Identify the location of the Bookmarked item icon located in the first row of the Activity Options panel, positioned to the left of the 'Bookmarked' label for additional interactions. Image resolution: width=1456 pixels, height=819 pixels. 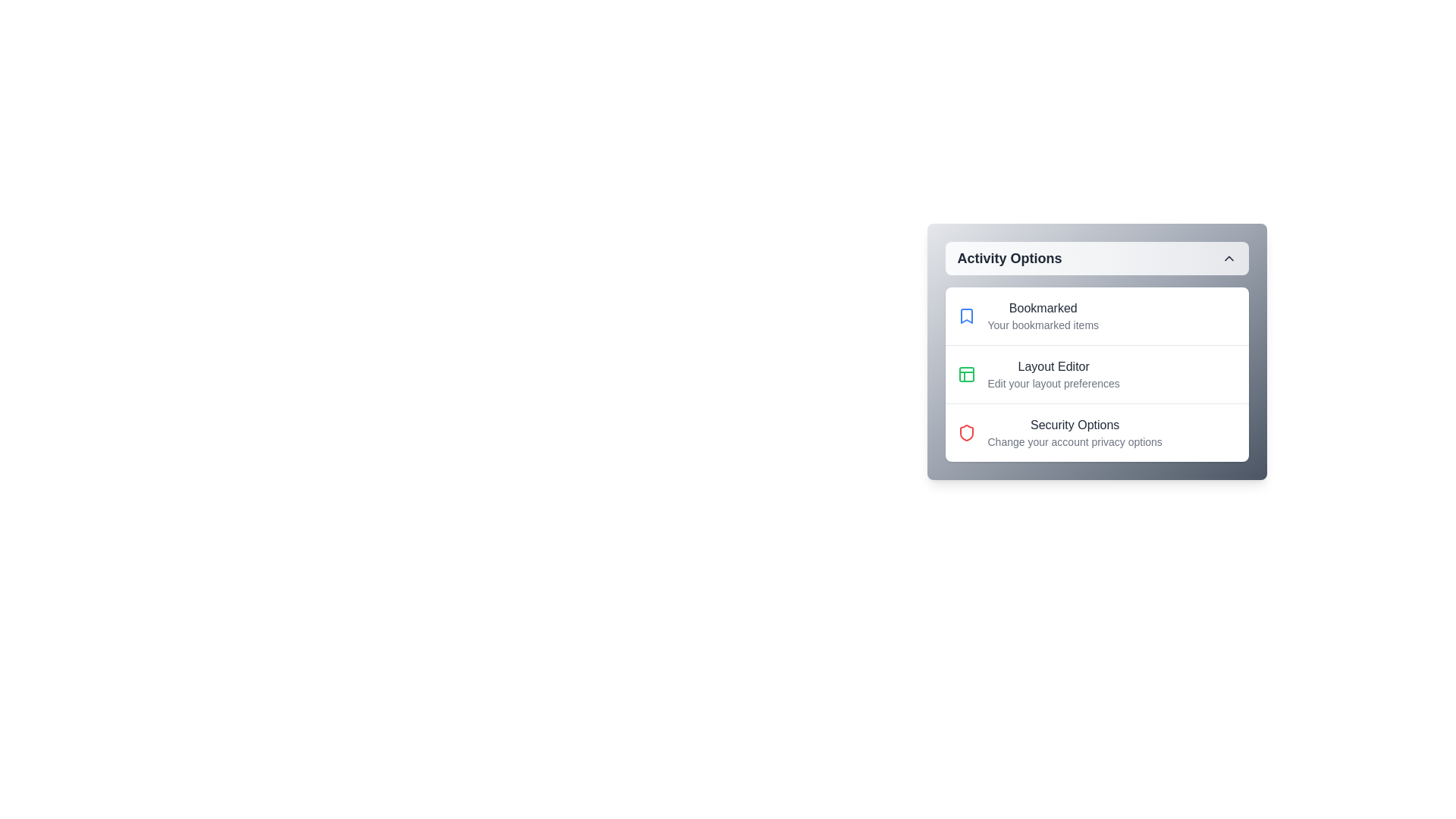
(965, 315).